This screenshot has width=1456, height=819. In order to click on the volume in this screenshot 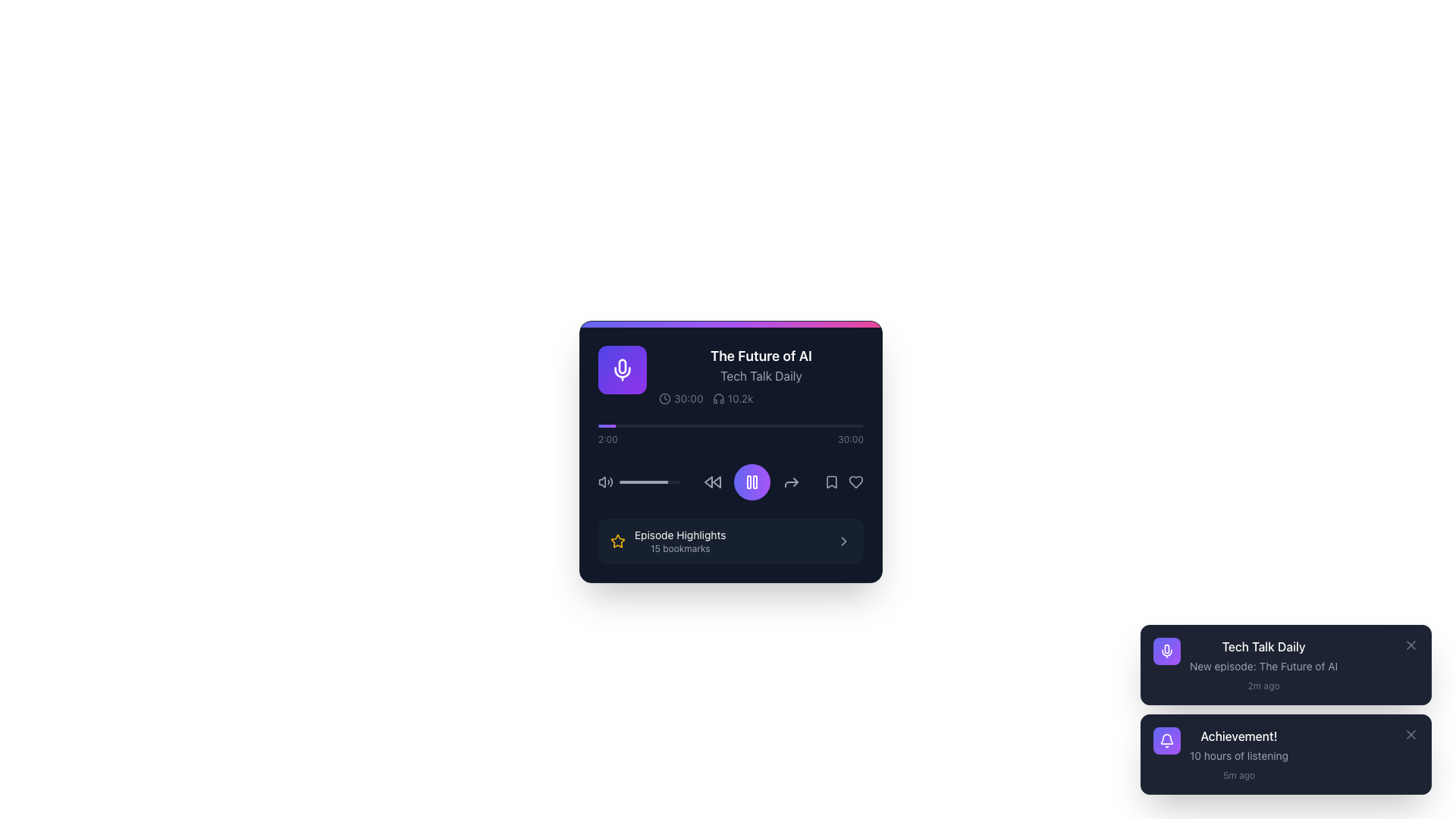, I will do `click(648, 482)`.